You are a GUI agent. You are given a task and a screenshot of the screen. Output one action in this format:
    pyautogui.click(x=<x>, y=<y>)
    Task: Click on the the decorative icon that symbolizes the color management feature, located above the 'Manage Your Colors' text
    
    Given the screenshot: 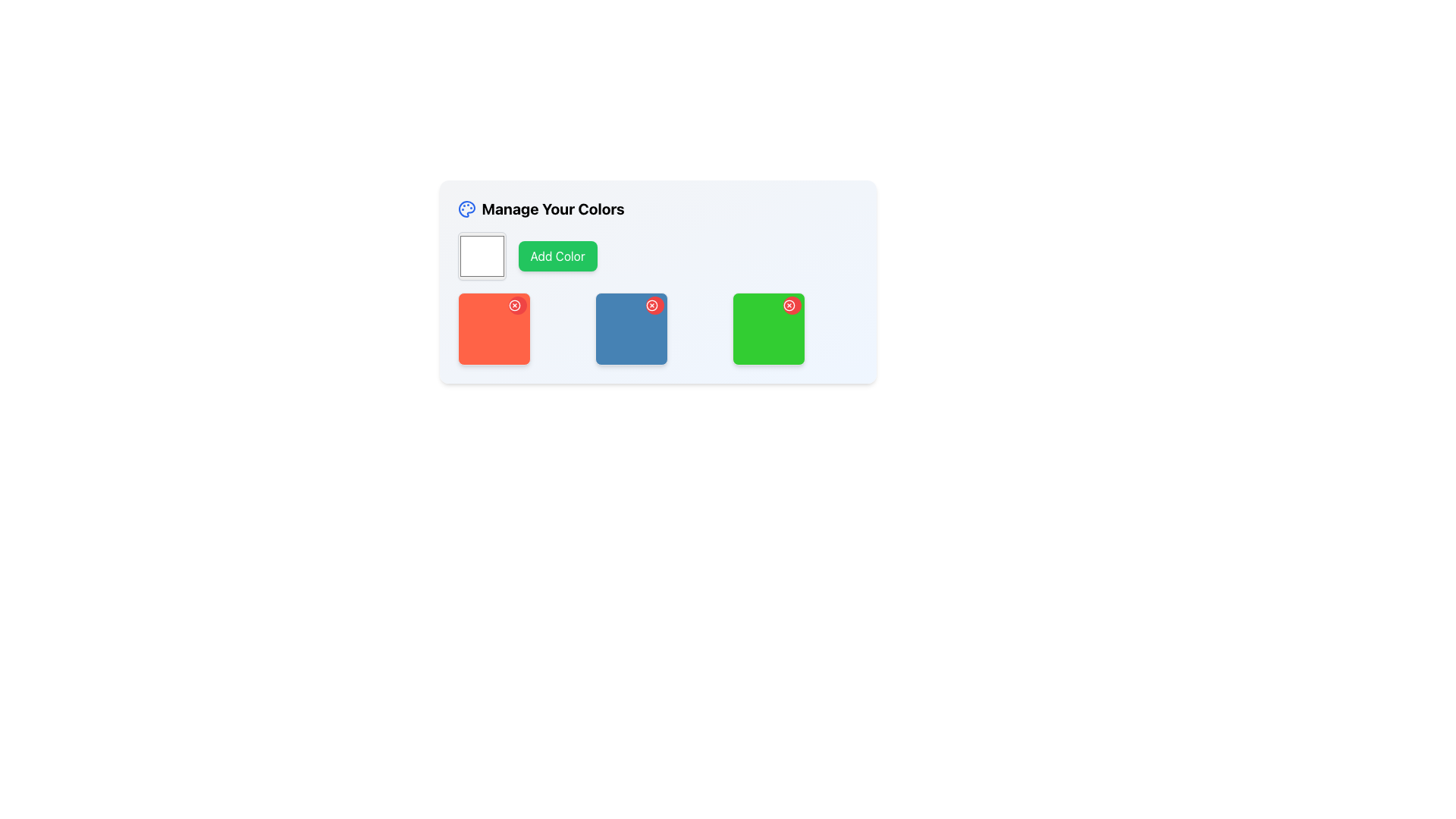 What is the action you would take?
    pyautogui.click(x=466, y=209)
    